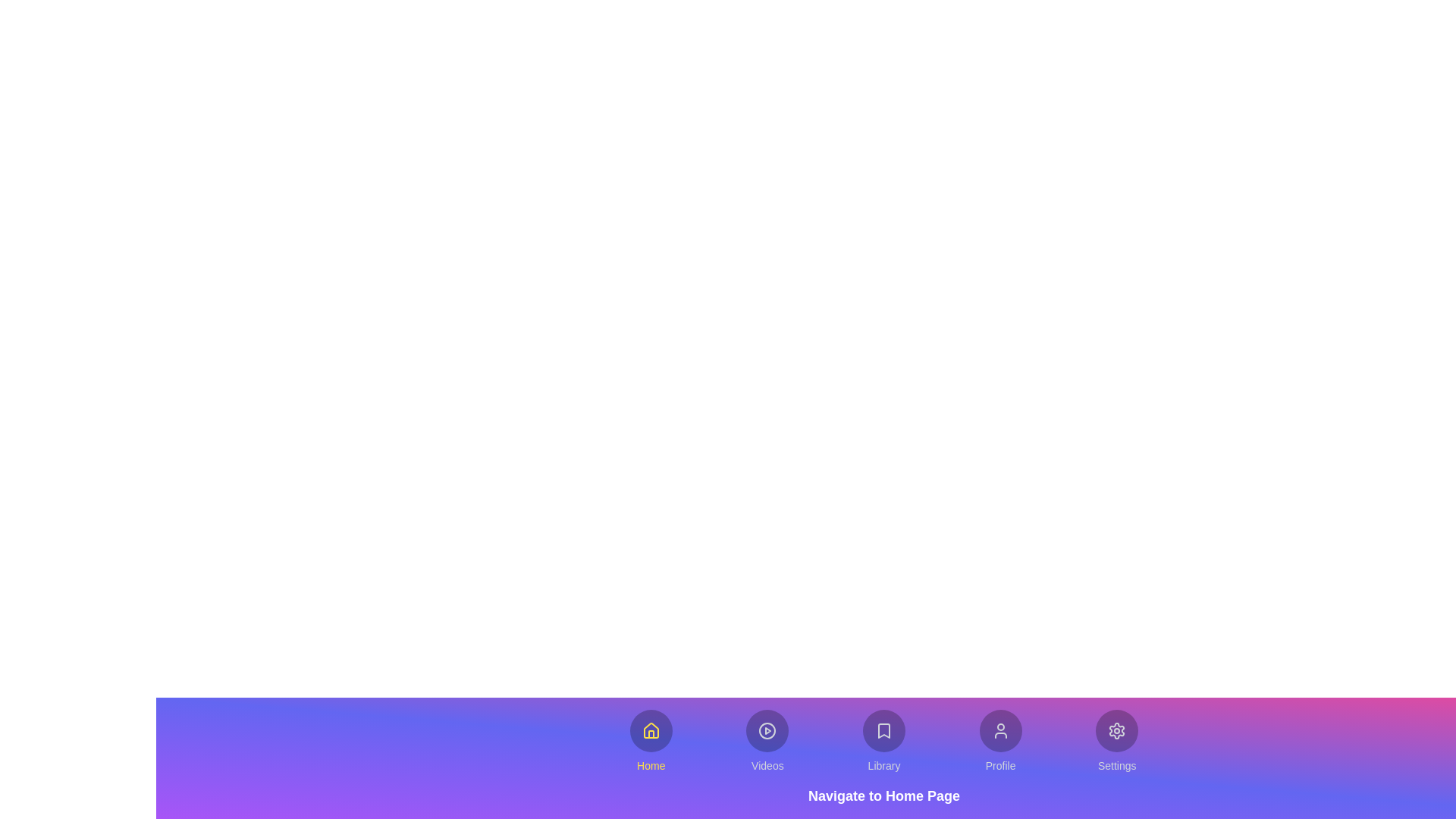 This screenshot has width=1456, height=819. Describe the element at coordinates (651, 741) in the screenshot. I see `the Home tab to activate it` at that location.